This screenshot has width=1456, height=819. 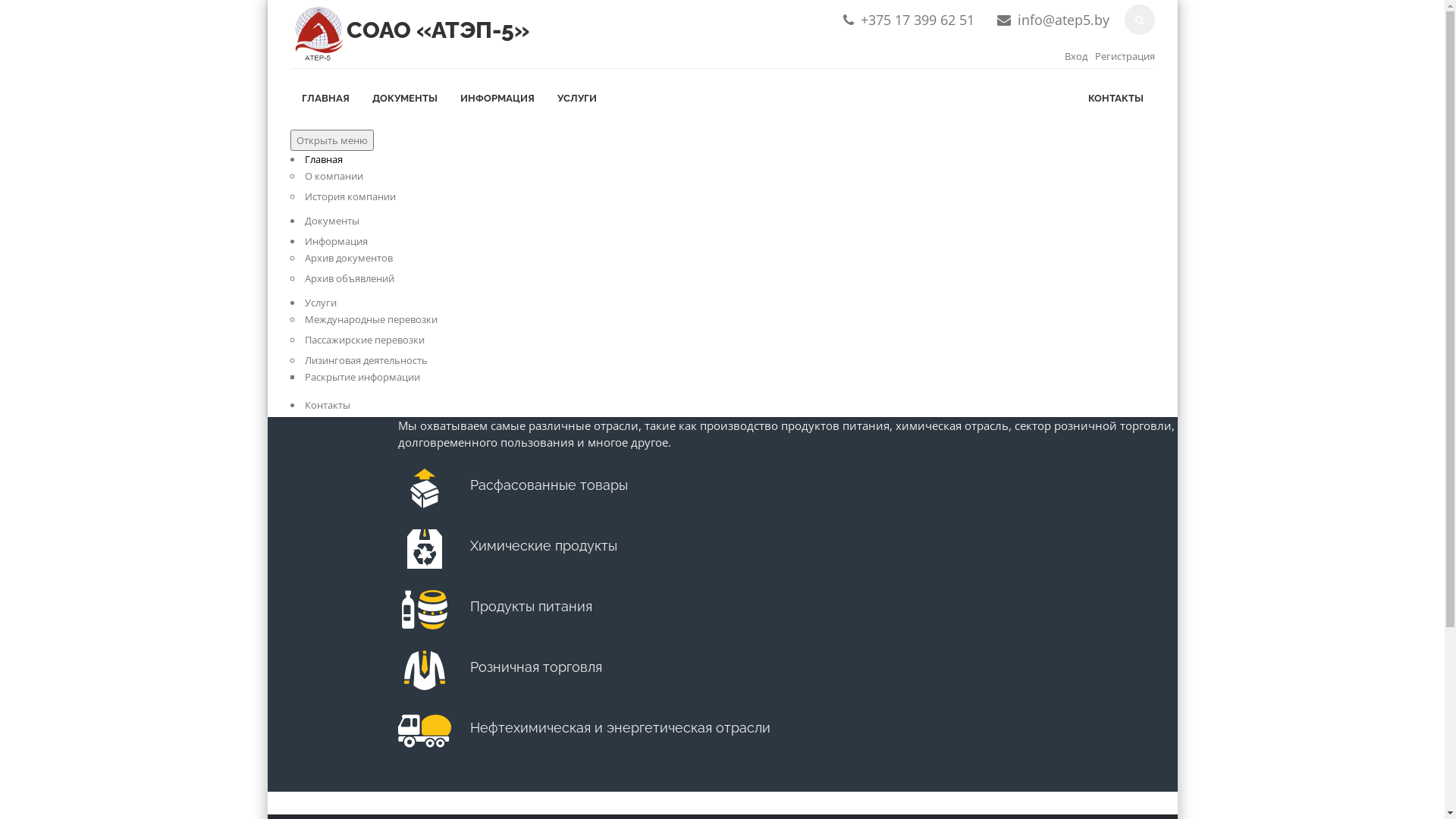 What do you see at coordinates (1018, 20) in the screenshot?
I see `'info@atep5.by'` at bounding box center [1018, 20].